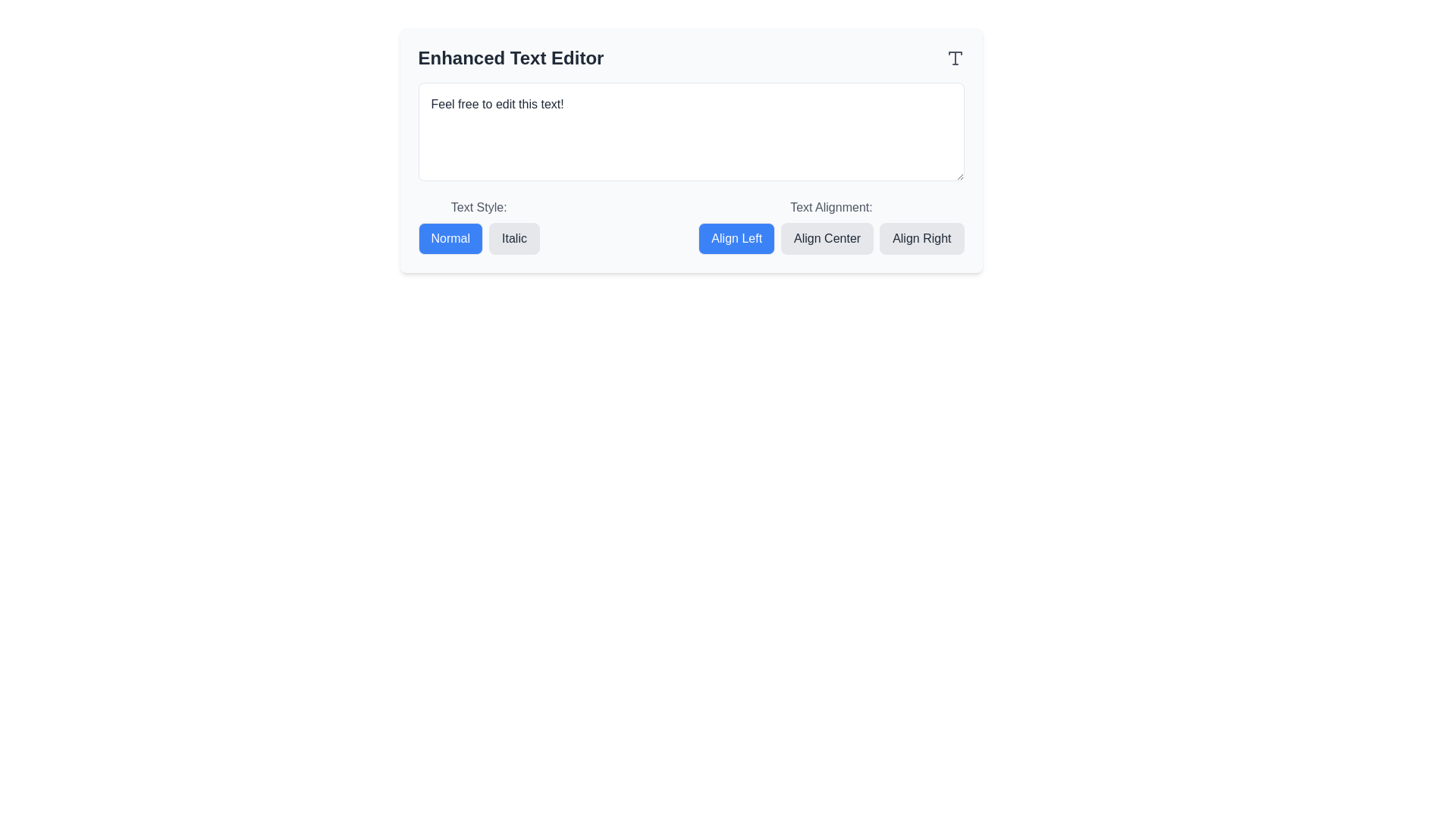 The width and height of the screenshot is (1456, 819). Describe the element at coordinates (450, 239) in the screenshot. I see `the 'Normal' text style button located to the left of the 'Italic' button in the 'Text Style' group` at that location.